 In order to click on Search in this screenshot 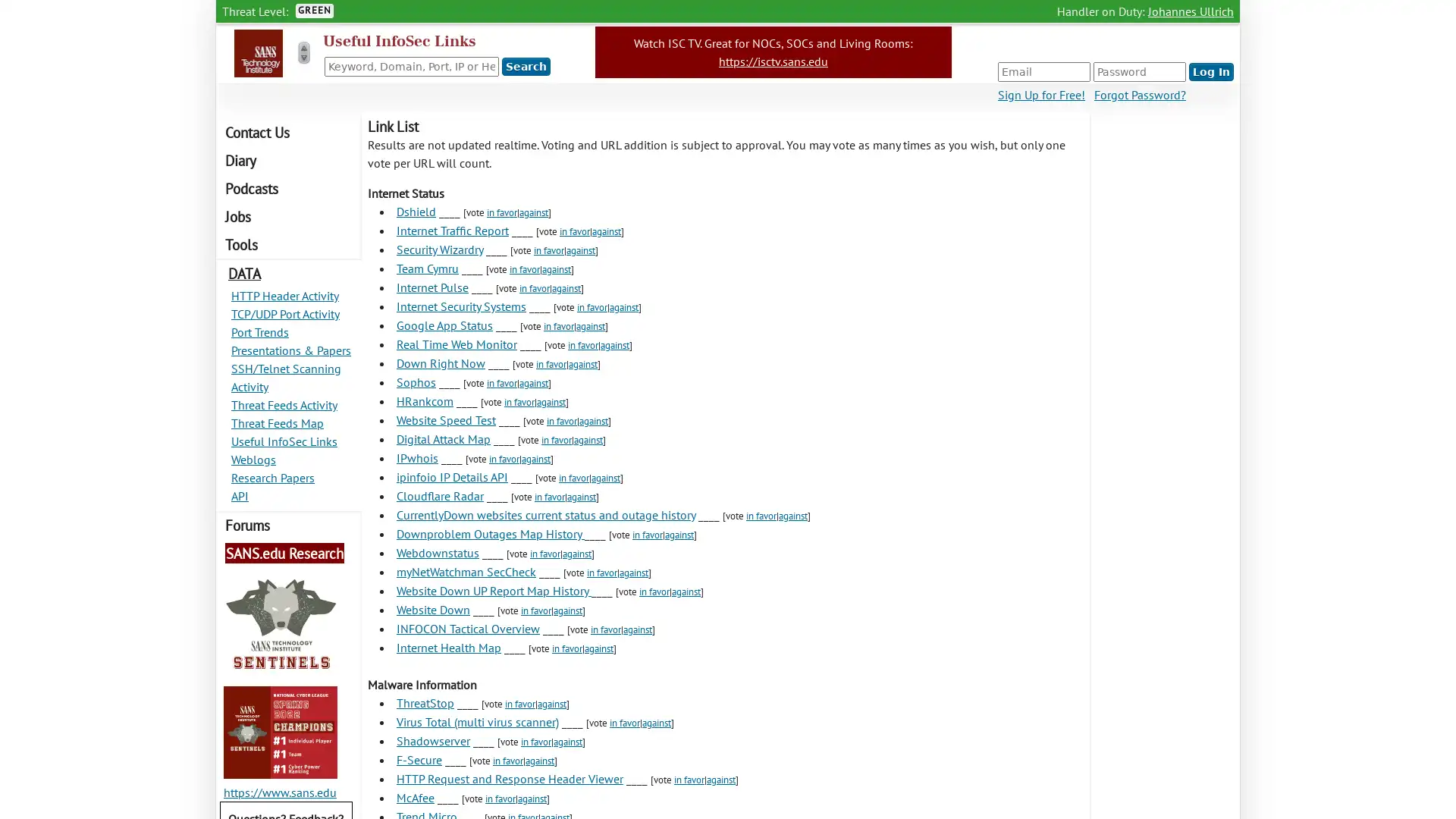, I will do `click(526, 66)`.